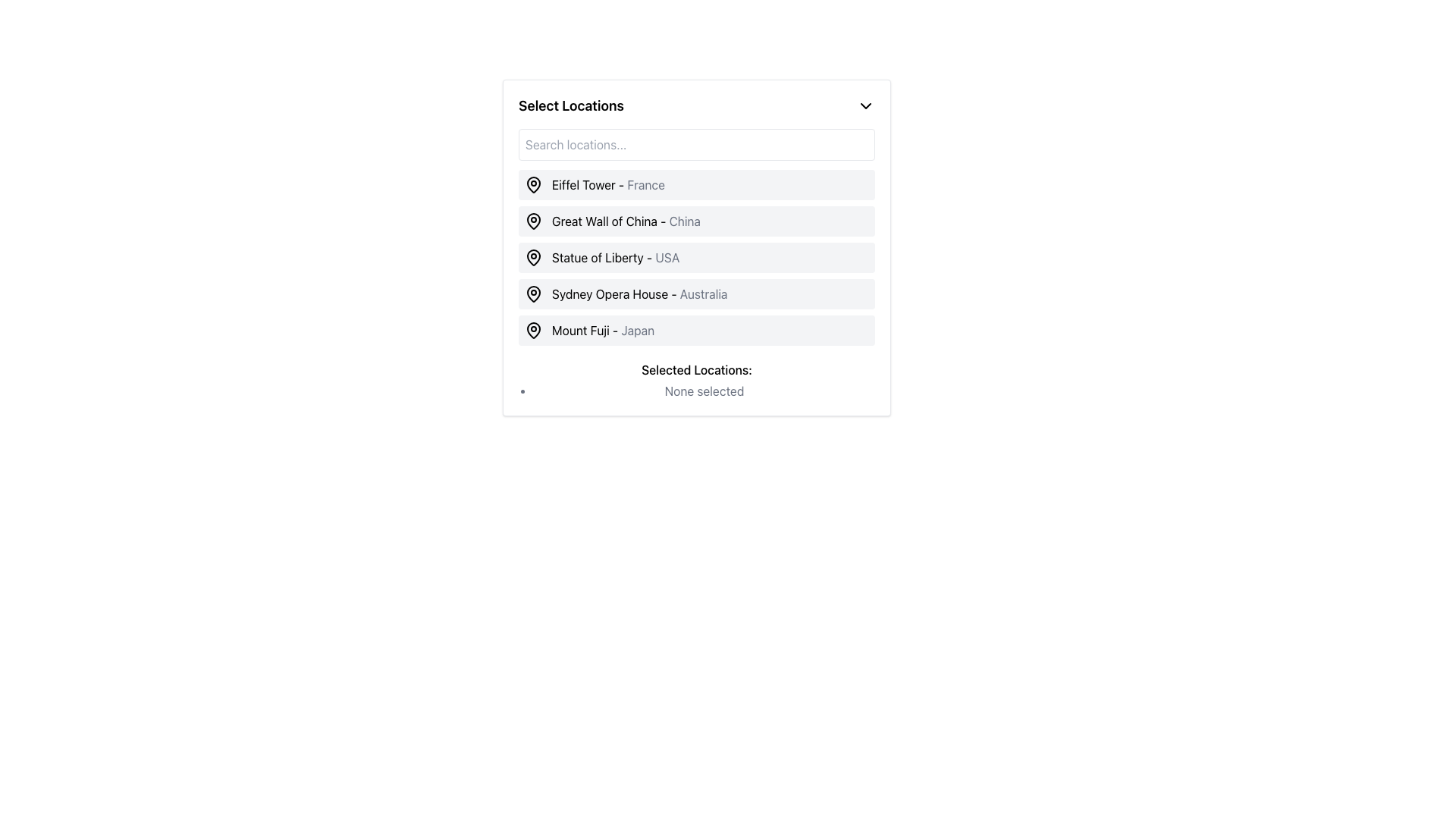 The image size is (1456, 819). What do you see at coordinates (695, 221) in the screenshot?
I see `the selectable list item representing 'Great Wall of China'` at bounding box center [695, 221].